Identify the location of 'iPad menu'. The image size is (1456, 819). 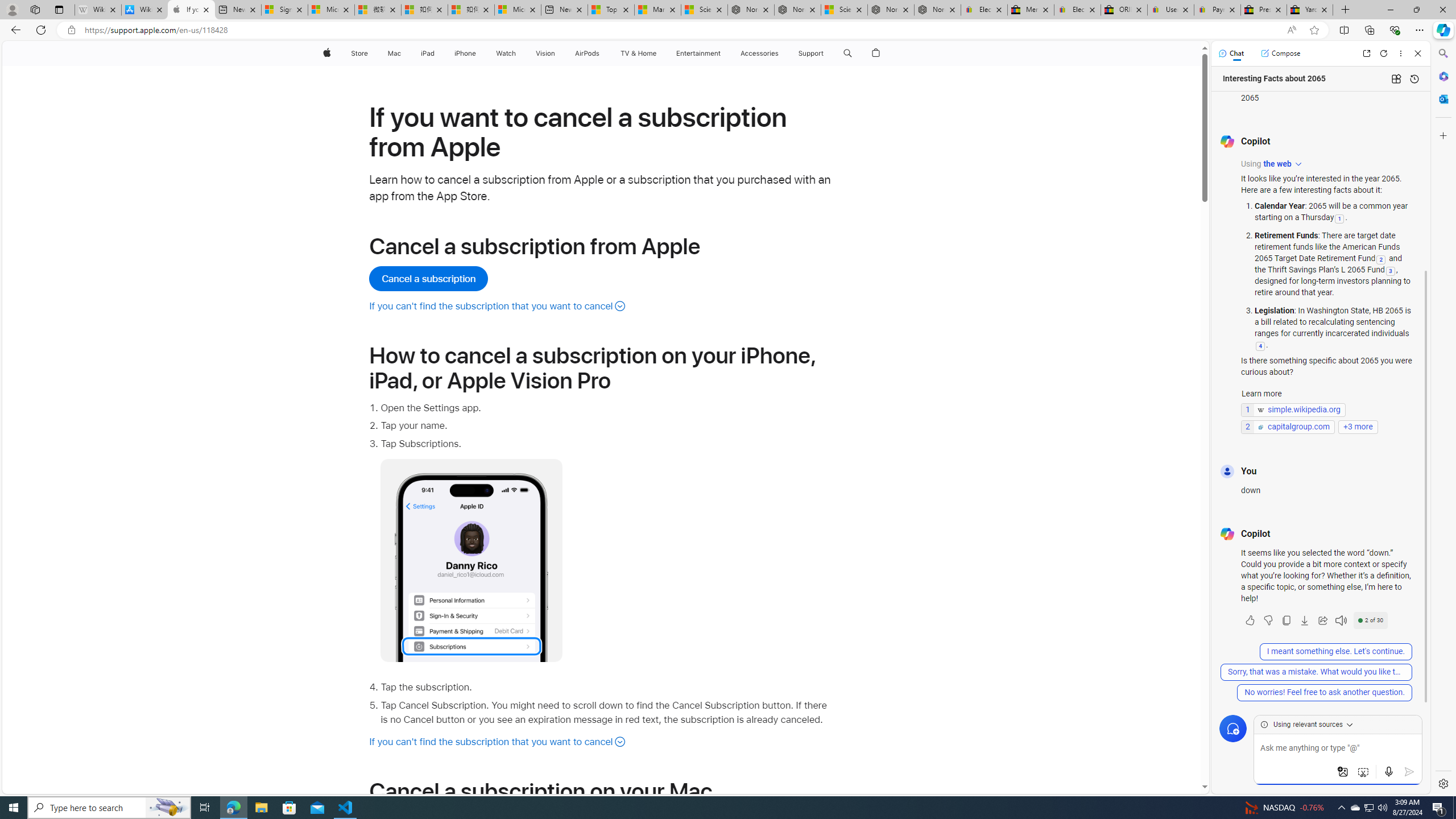
(436, 53).